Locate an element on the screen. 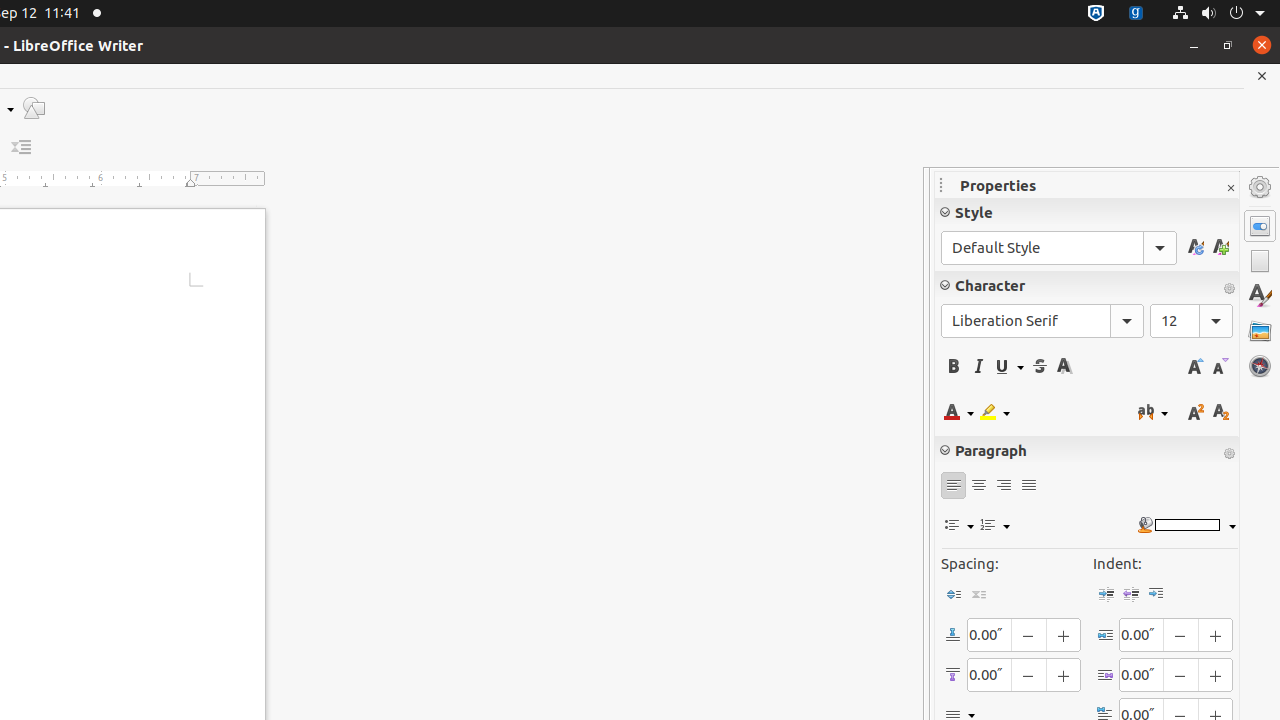 This screenshot has width=1280, height=720. 'org.kde.StatusNotifierItem-14077-1' is located at coordinates (1136, 13).